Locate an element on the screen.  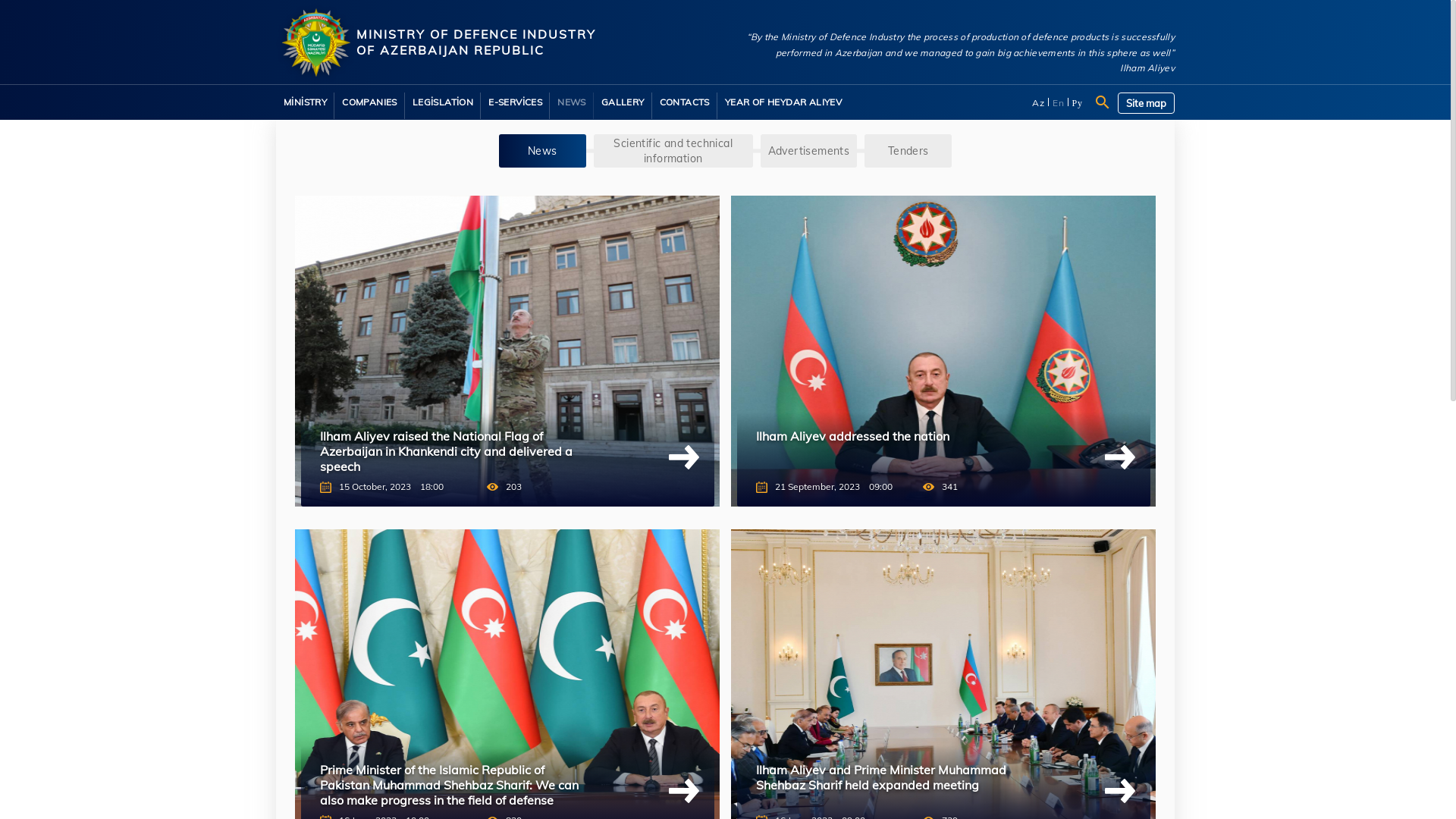
'En' is located at coordinates (1058, 102).